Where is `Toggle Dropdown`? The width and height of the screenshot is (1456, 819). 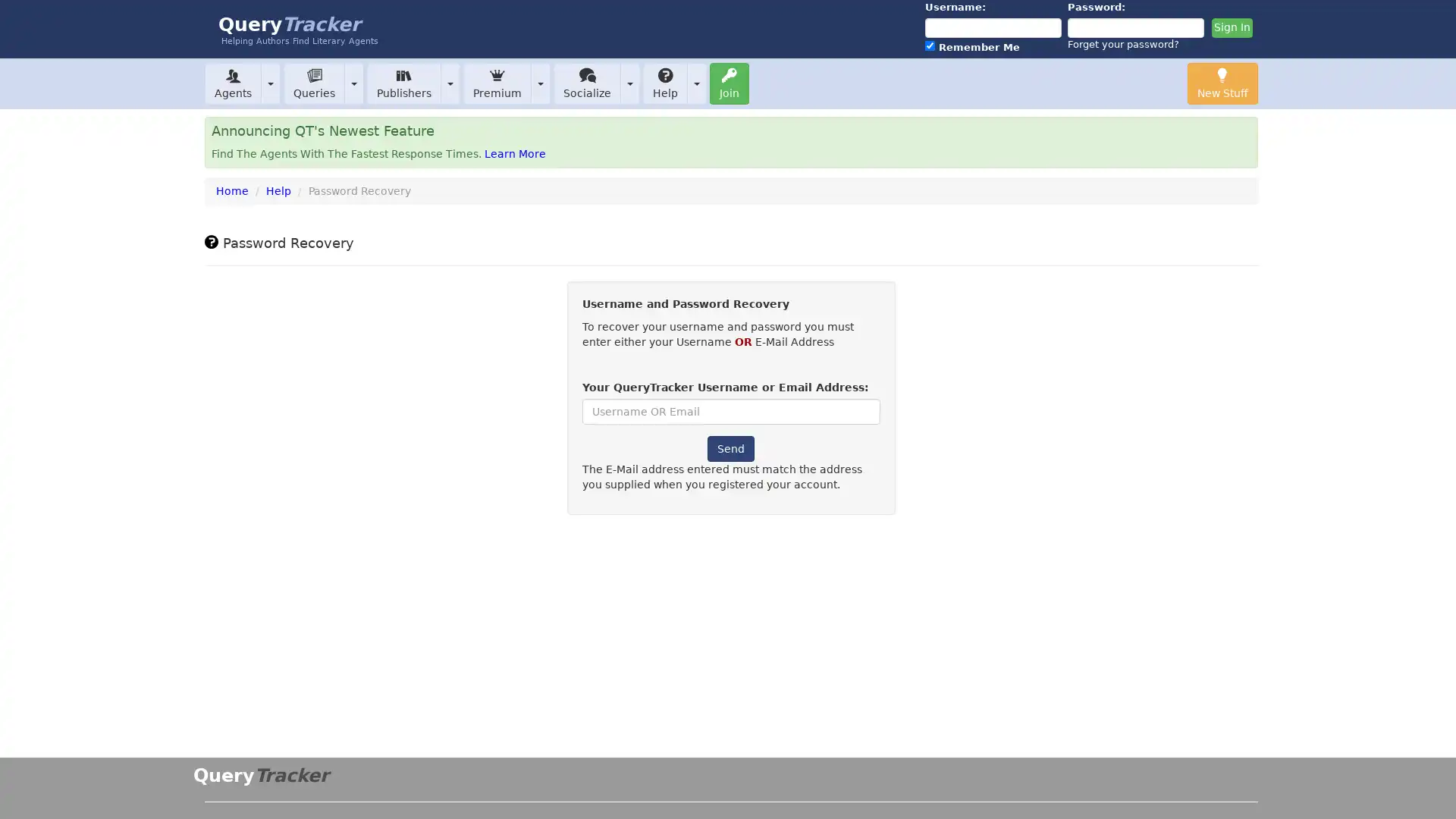 Toggle Dropdown is located at coordinates (353, 83).